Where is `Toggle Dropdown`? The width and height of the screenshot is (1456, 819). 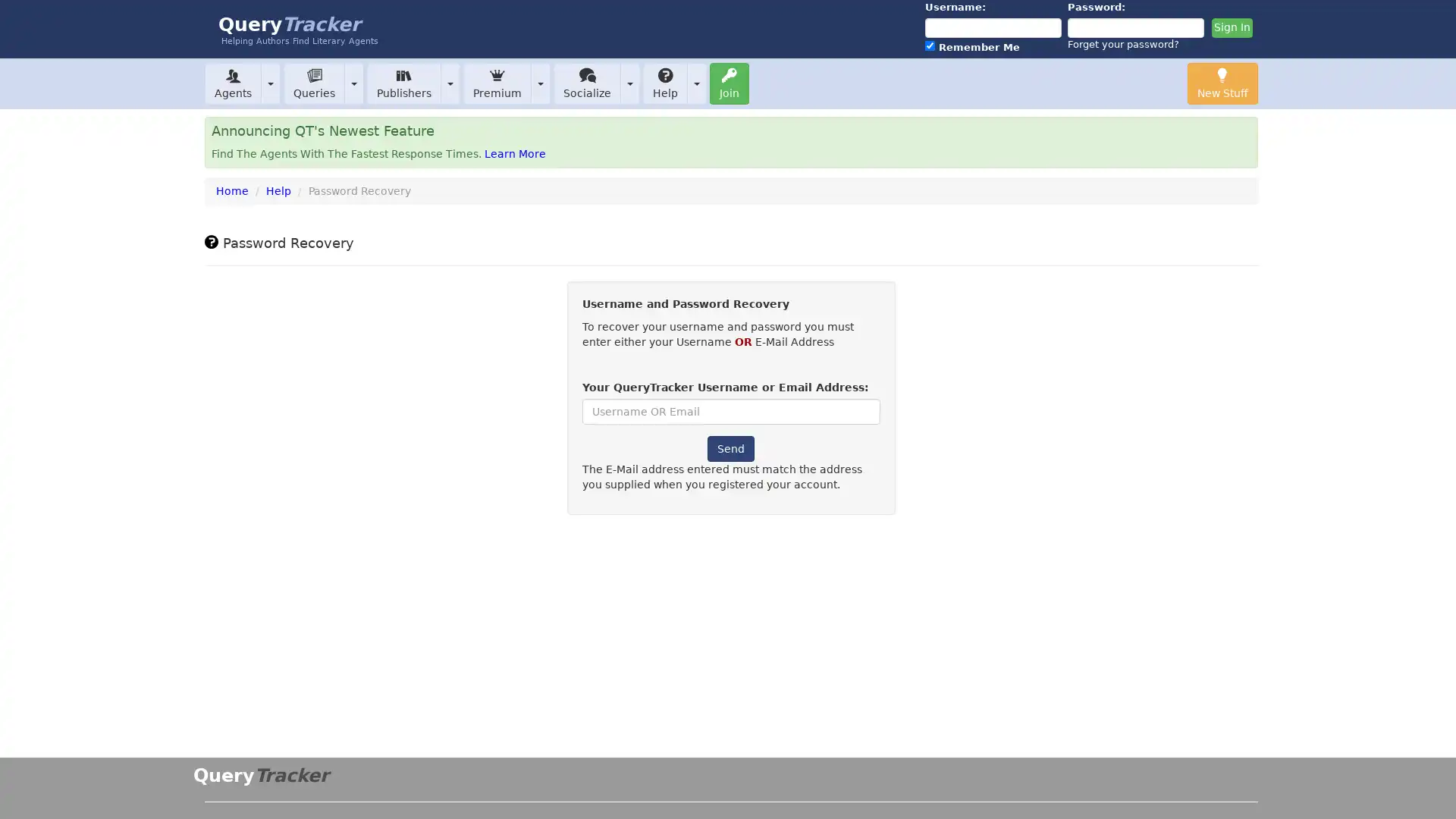 Toggle Dropdown is located at coordinates (353, 83).